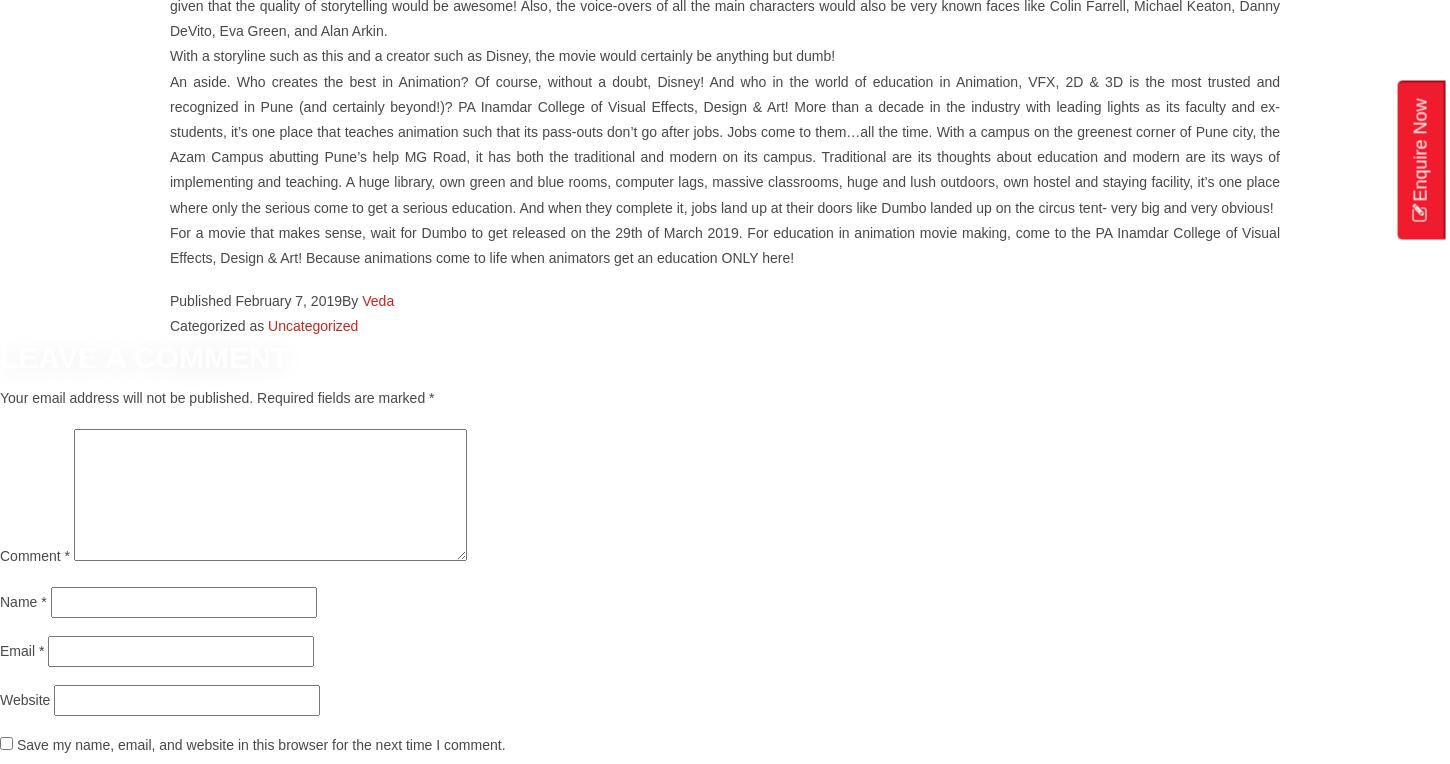 The height and width of the screenshot is (764, 1450). I want to click on 'With a storyline such as this and a creator such as Disney, the movie would certainly be anything but dumb!', so click(502, 56).